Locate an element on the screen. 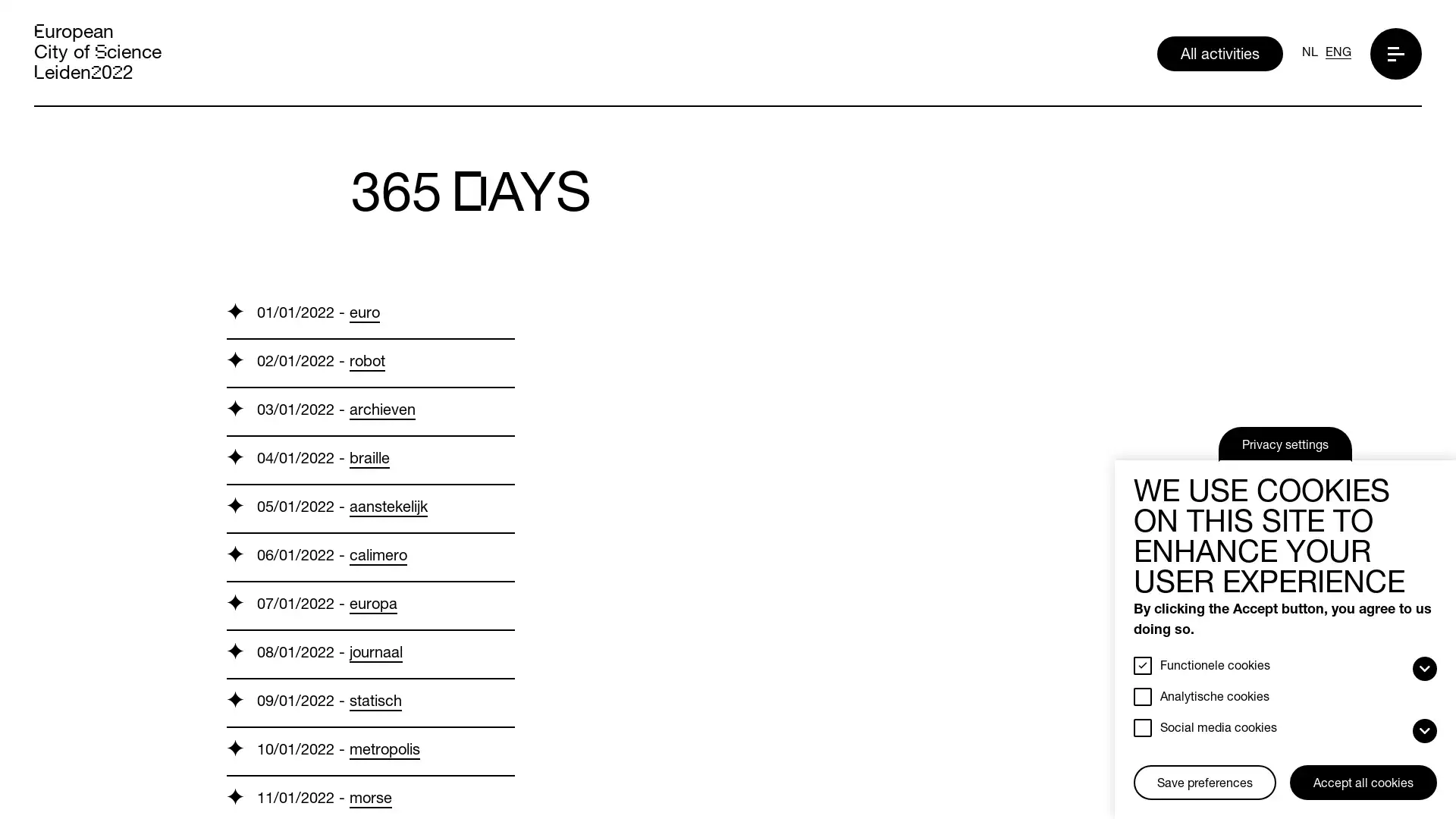 The width and height of the screenshot is (1456, 819). Withdraw consent is located at coordinates (1139, 767).